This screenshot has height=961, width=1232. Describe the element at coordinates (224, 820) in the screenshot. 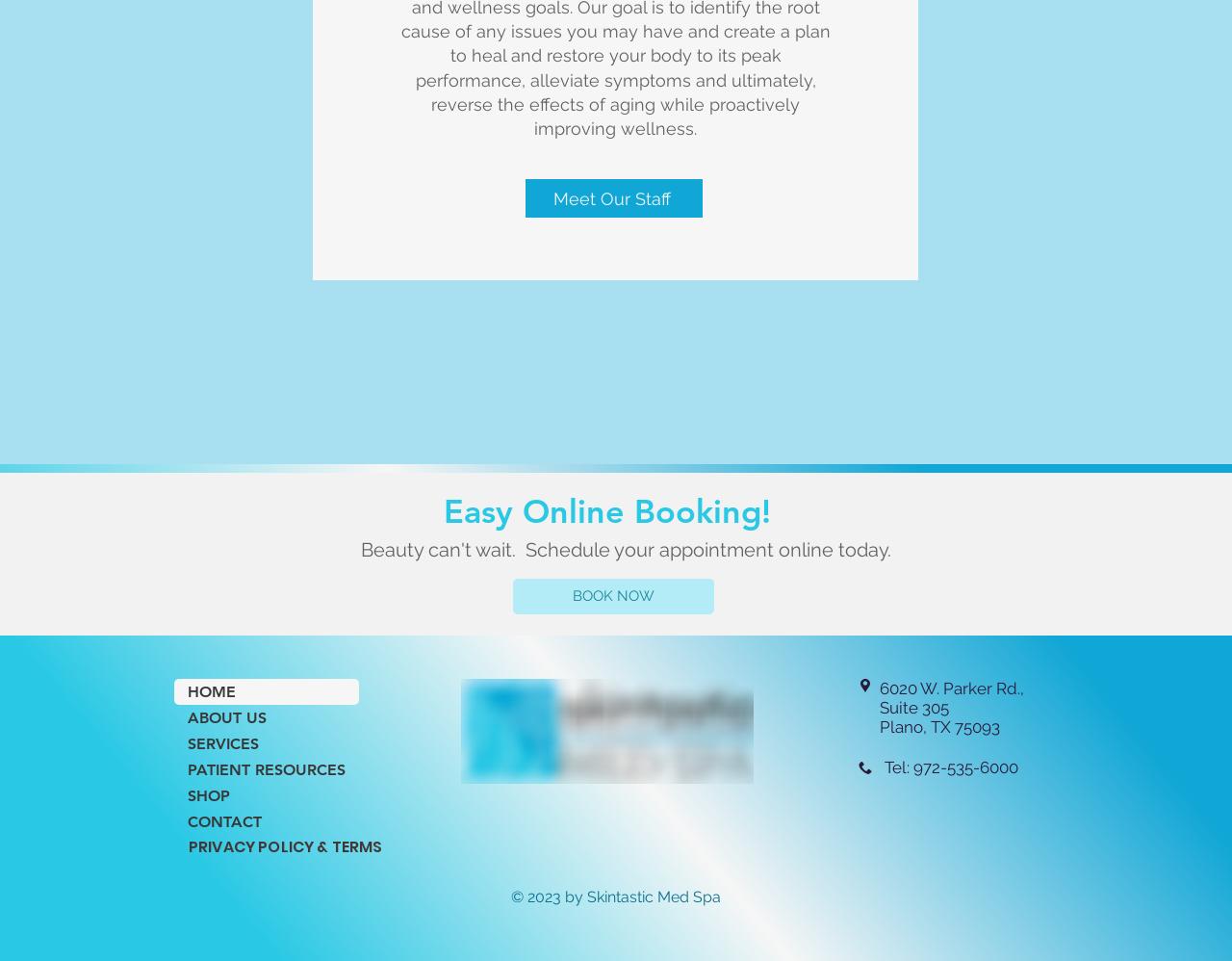

I see `'CONTACT'` at that location.